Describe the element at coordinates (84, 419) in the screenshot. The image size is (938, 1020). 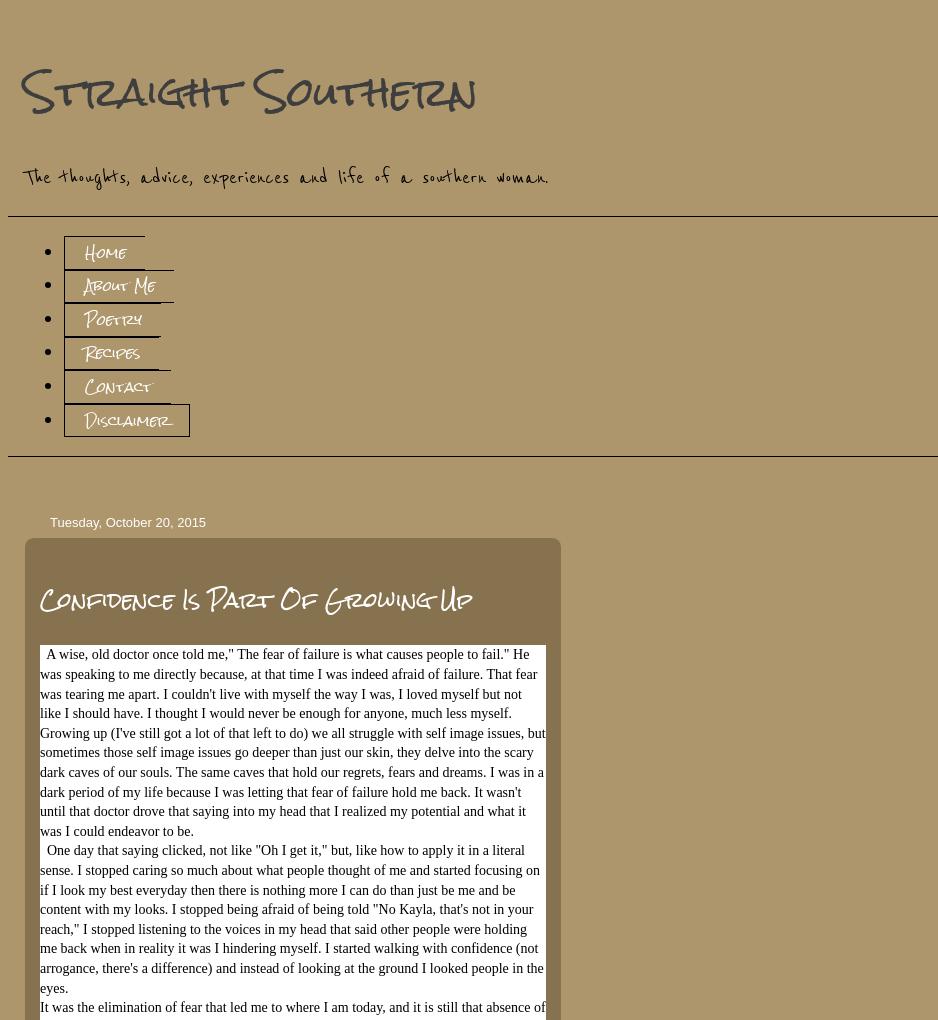
I see `'Disclaimer'` at that location.